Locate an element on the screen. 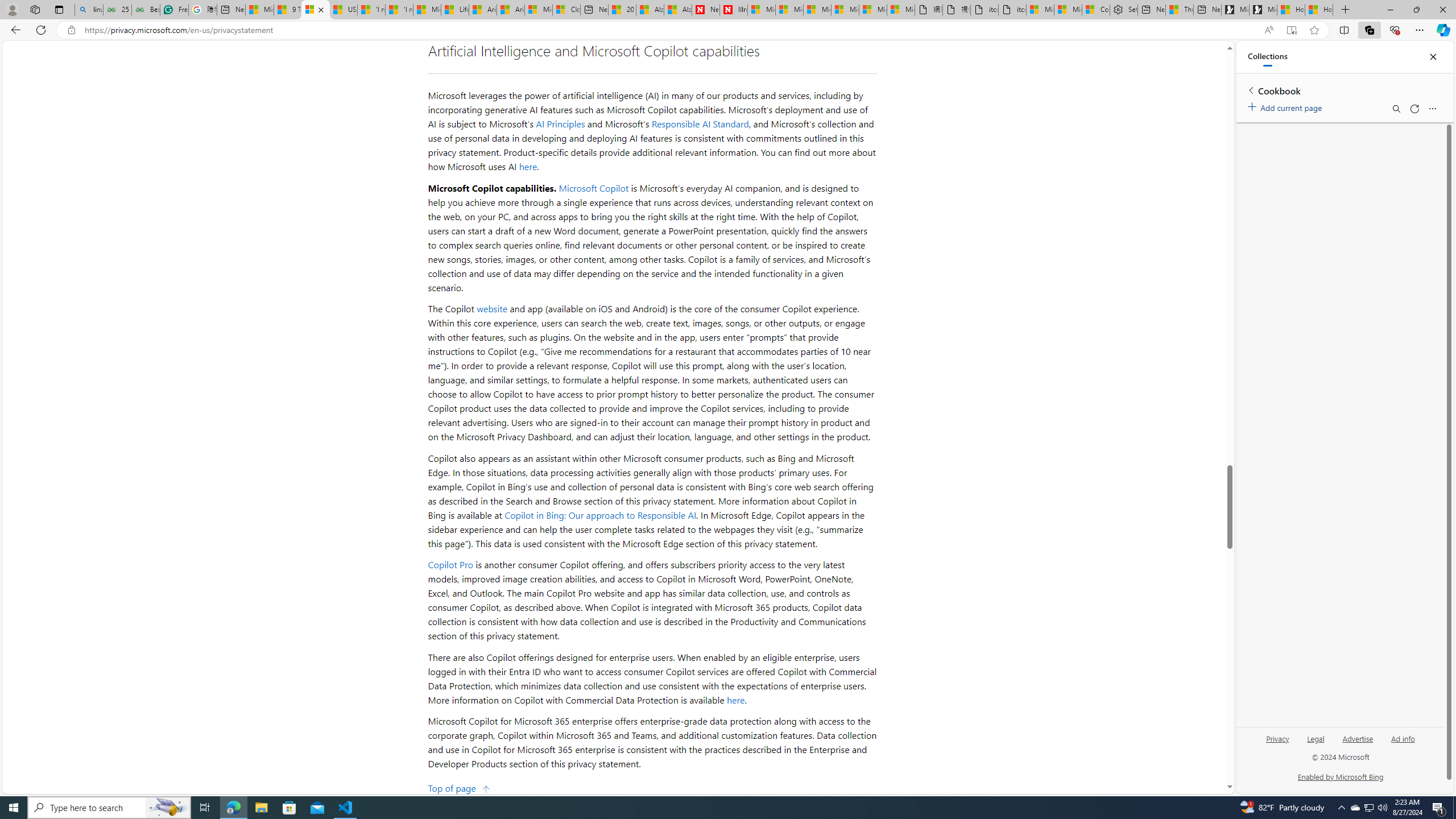 This screenshot has width=1456, height=819. 'Copilot Pro' is located at coordinates (450, 564).